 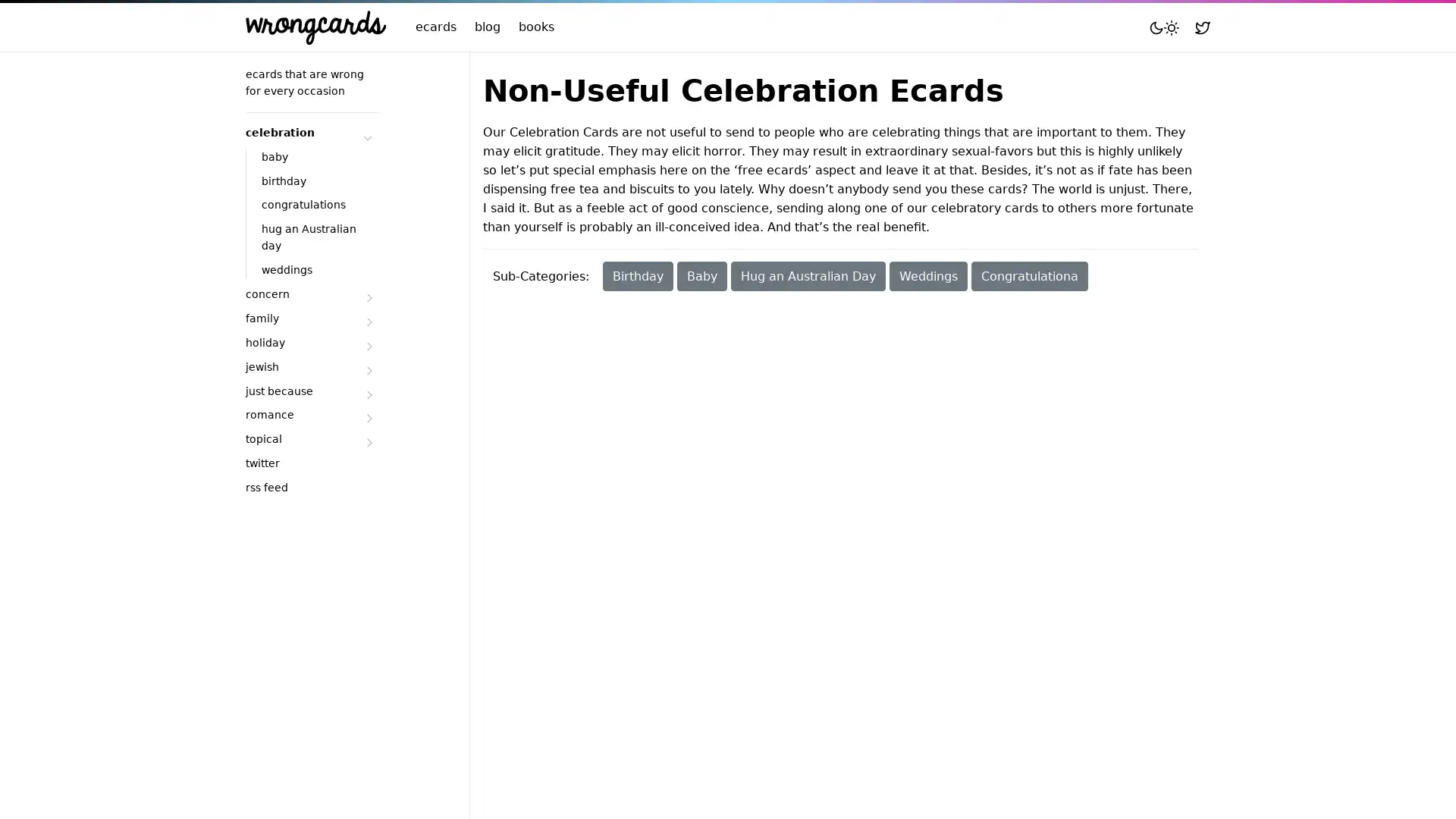 What do you see at coordinates (367, 394) in the screenshot?
I see `Submenu` at bounding box center [367, 394].